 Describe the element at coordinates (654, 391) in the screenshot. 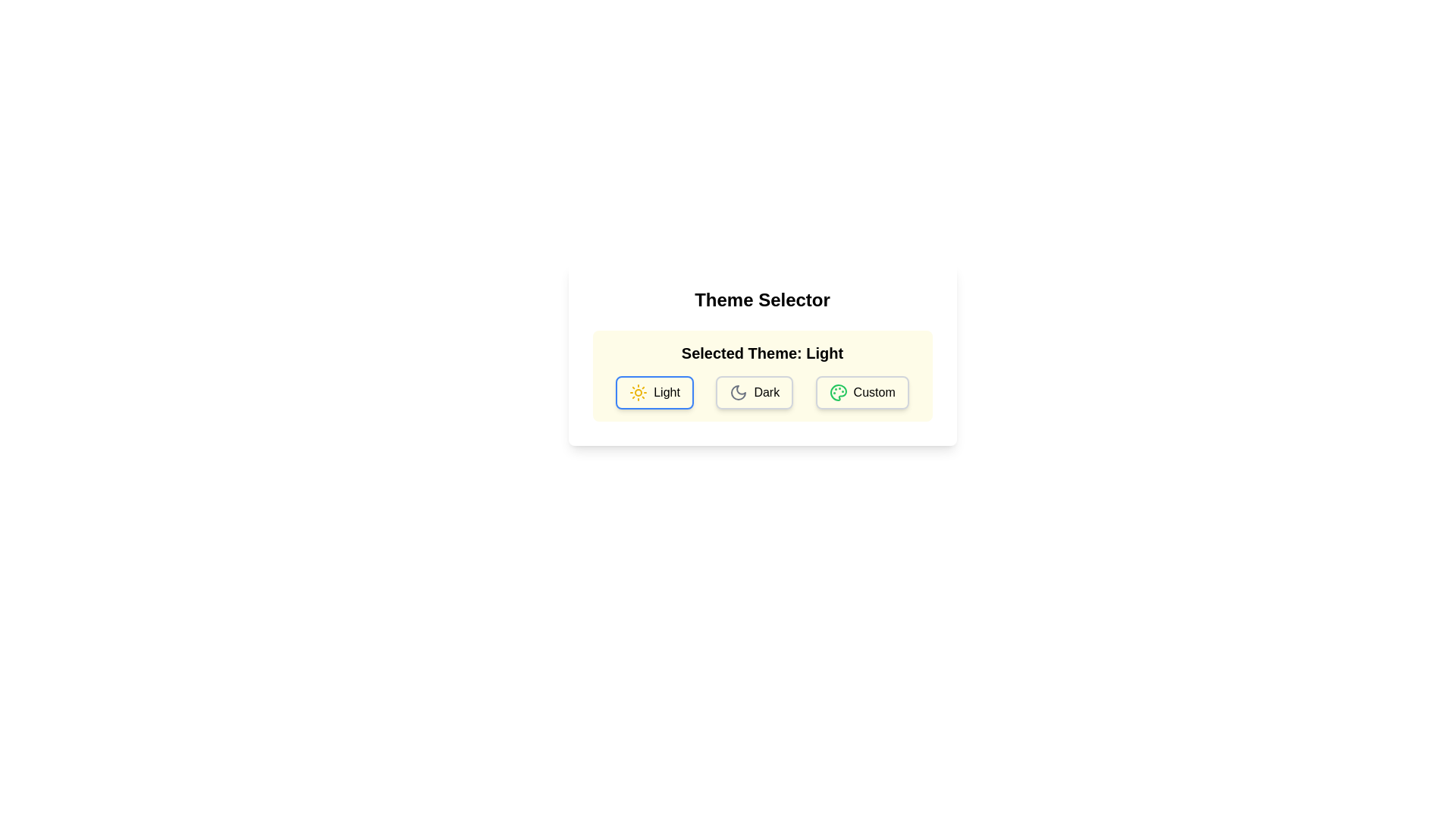

I see `the 'Light' button, which is the first button in a row of theme selection options, styled with rounded corners and a sun icon` at that location.